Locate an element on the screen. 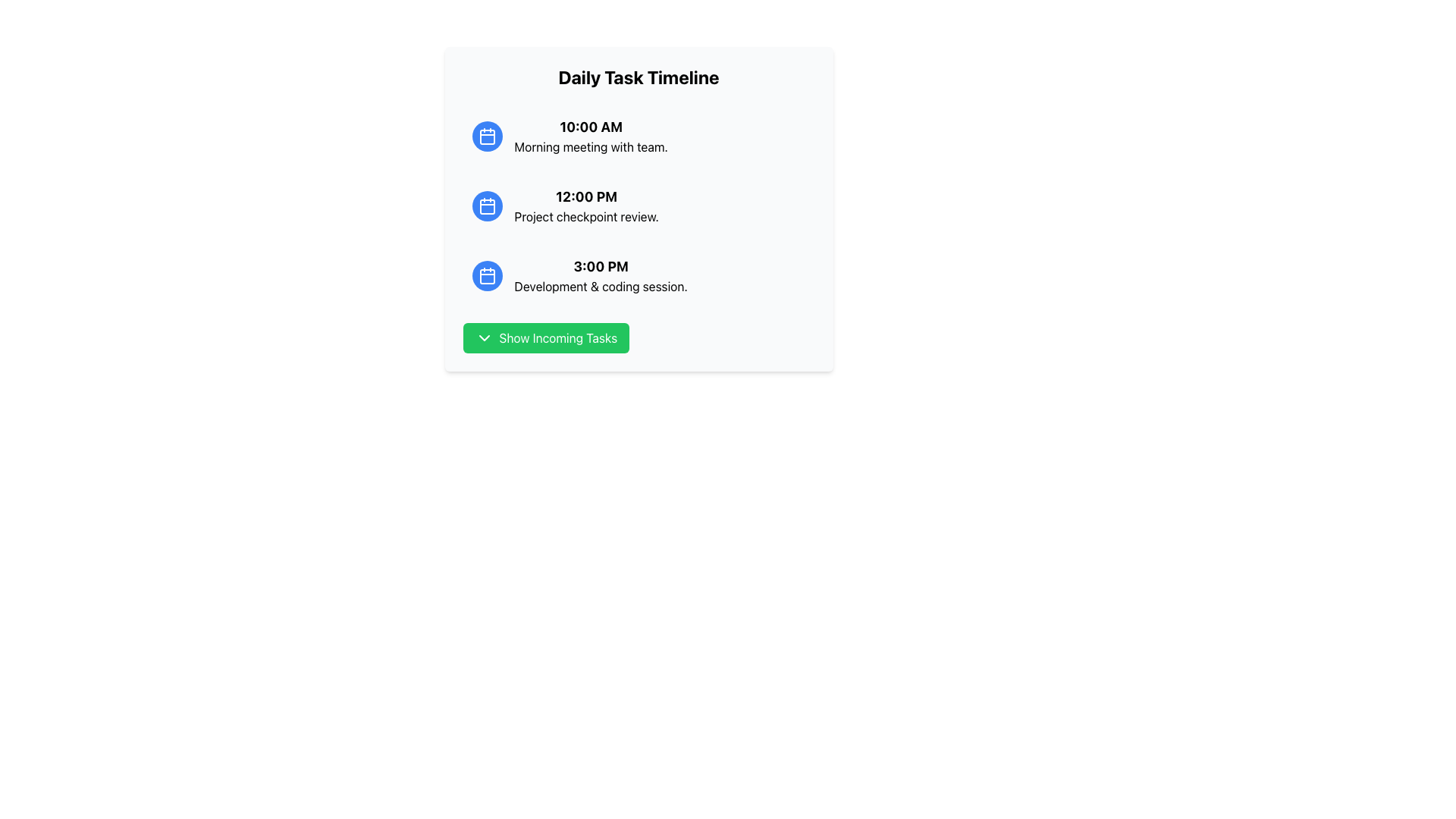 Image resolution: width=1456 pixels, height=819 pixels. the calendar icon button located on the left side of the '3:00 PM Development & coding session' entry in the timeline box is located at coordinates (487, 275).